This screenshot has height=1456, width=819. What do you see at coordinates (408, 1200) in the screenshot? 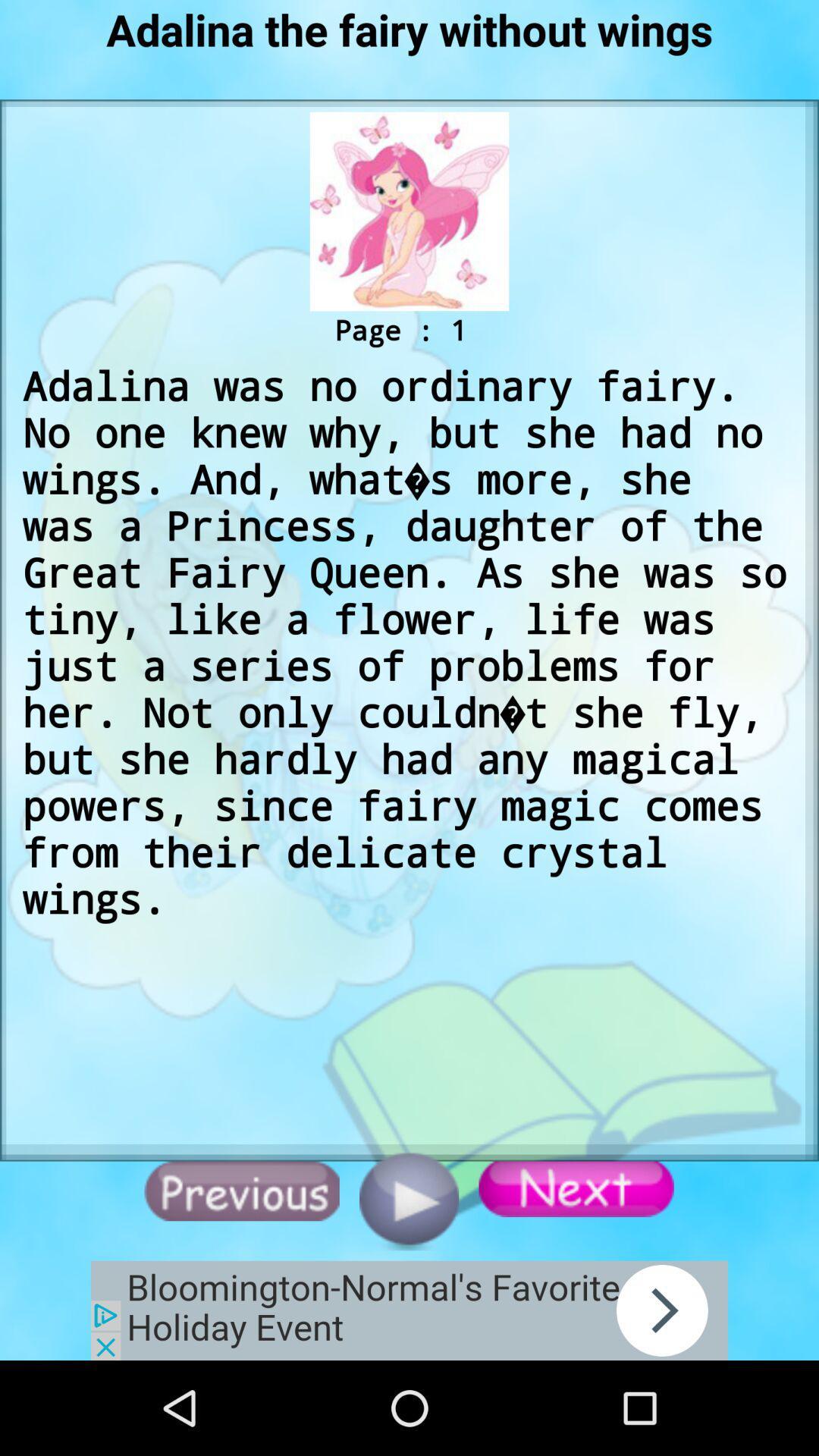
I see `the play icon` at bounding box center [408, 1200].